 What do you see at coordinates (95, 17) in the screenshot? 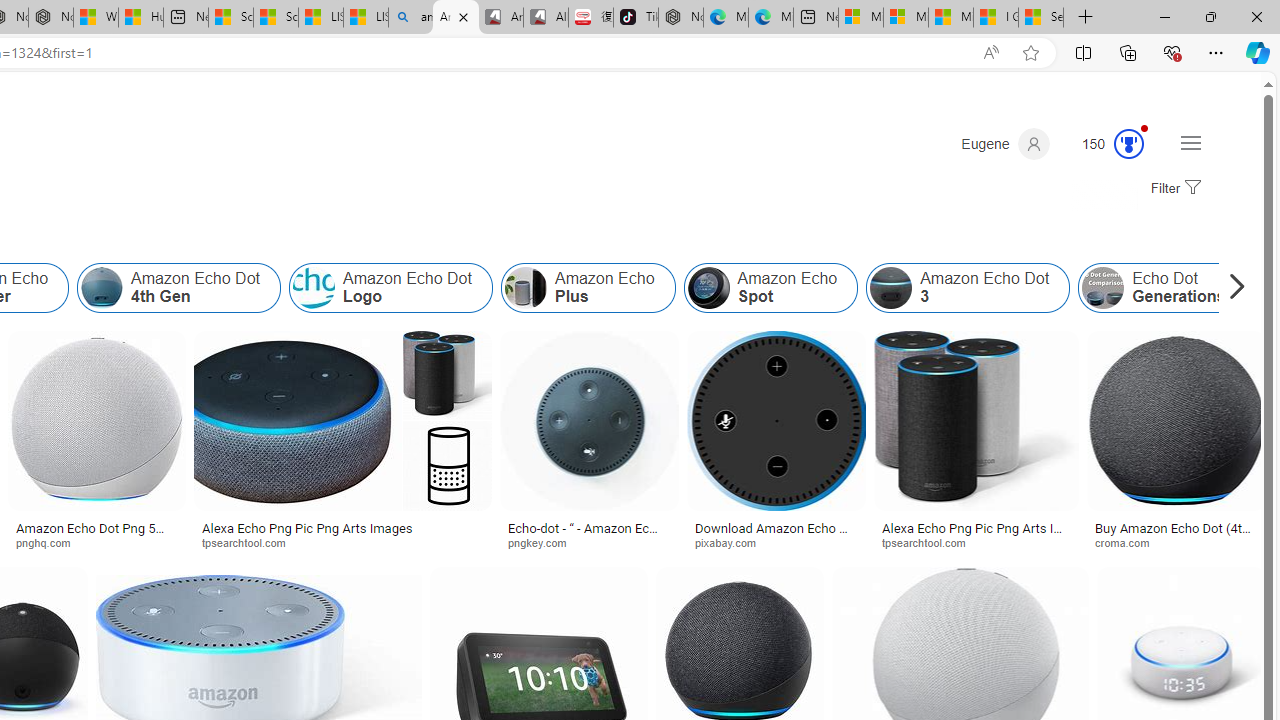
I see `'Wildlife - MSN'` at bounding box center [95, 17].